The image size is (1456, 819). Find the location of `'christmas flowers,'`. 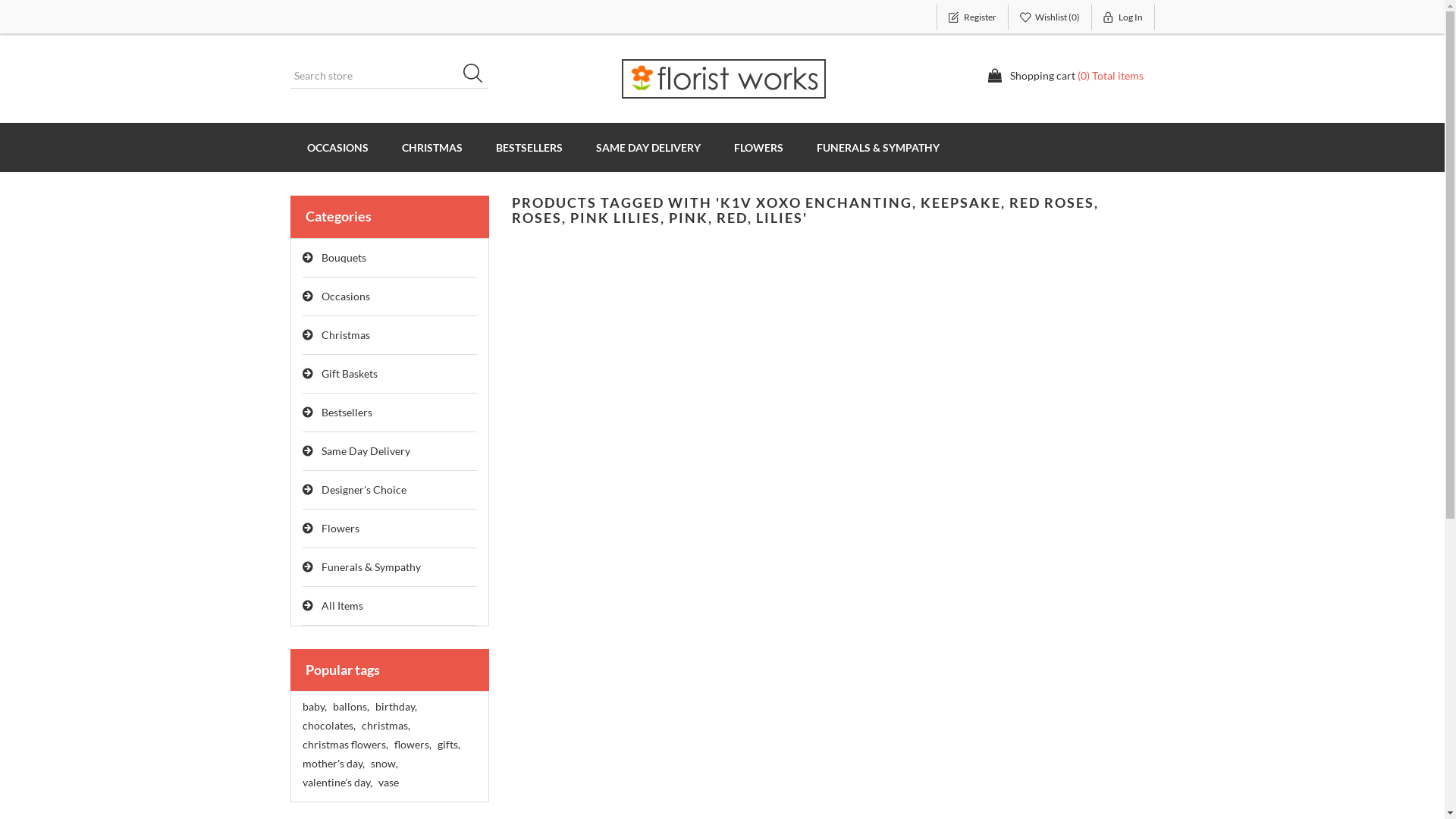

'christmas flowers,' is located at coordinates (344, 744).